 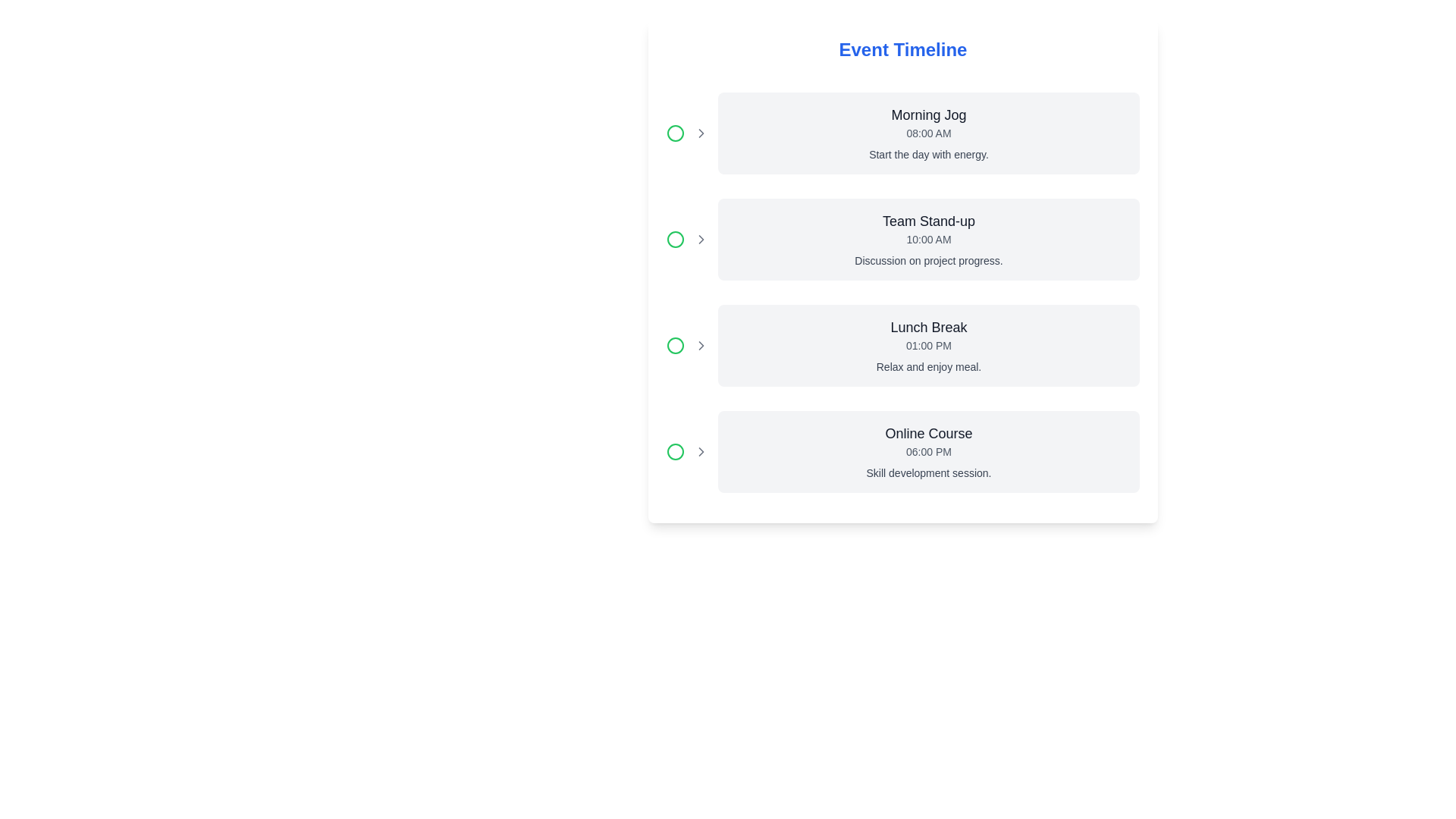 What do you see at coordinates (675, 239) in the screenshot?
I see `the green circle icon located on the leftmost side of the 'Team Stand-up' event entry, which serves as a status indicator for the event` at bounding box center [675, 239].